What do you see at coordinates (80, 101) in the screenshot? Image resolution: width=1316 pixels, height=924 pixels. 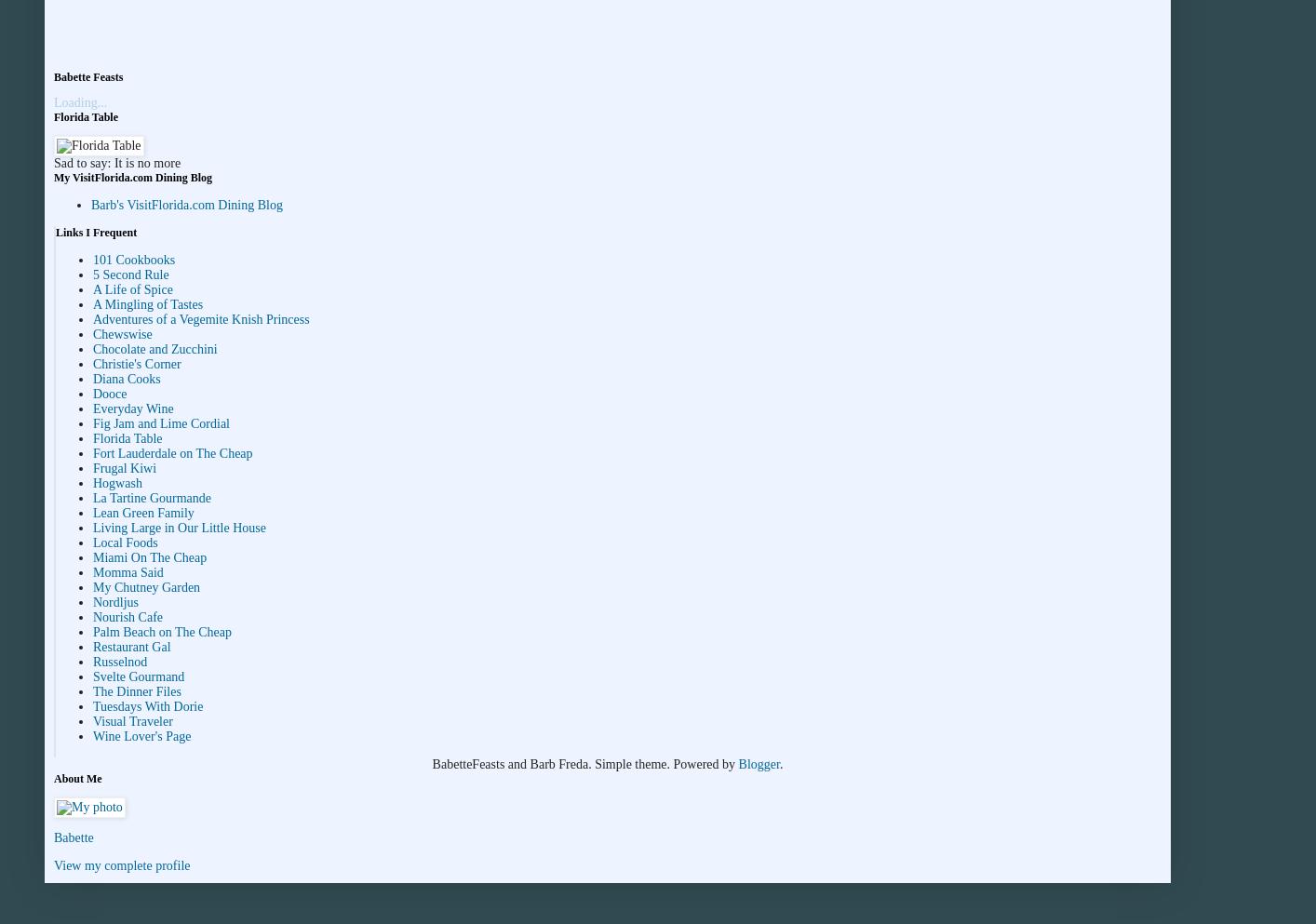 I see `'Loading...'` at bounding box center [80, 101].